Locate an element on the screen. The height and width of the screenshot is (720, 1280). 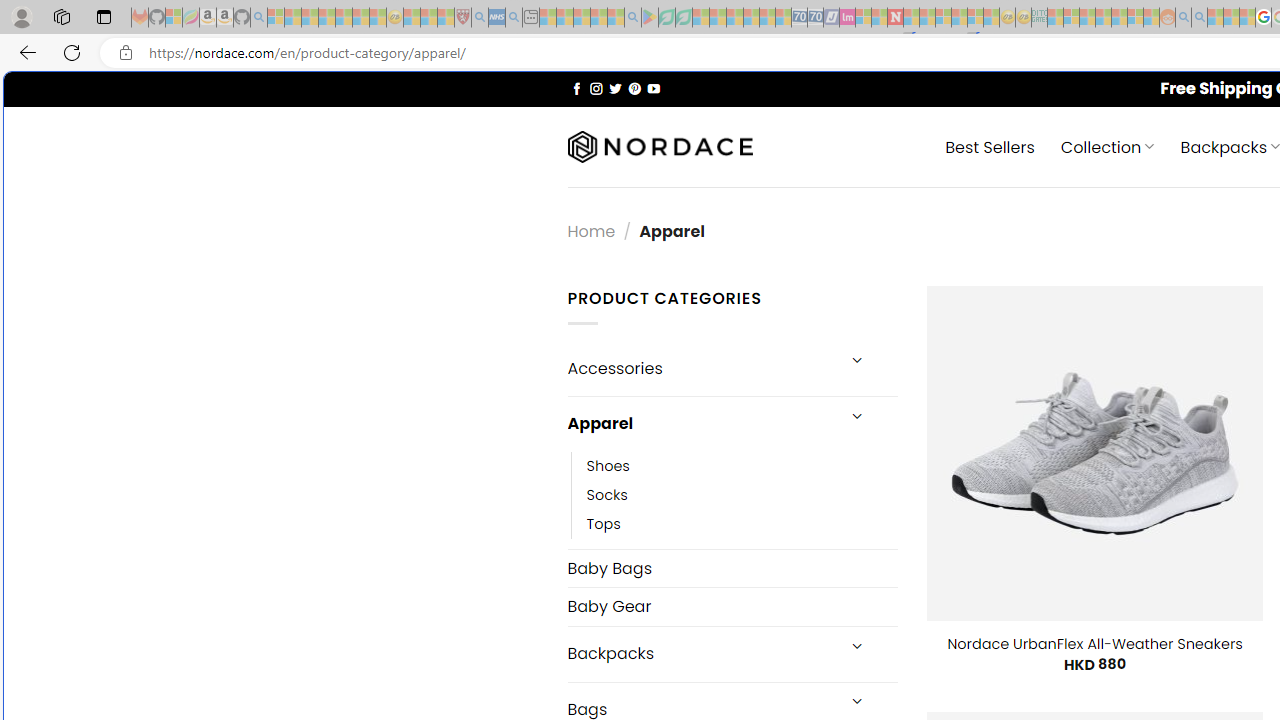
'DITOGAMES AG Imprint - Sleeping' is located at coordinates (1039, 17).